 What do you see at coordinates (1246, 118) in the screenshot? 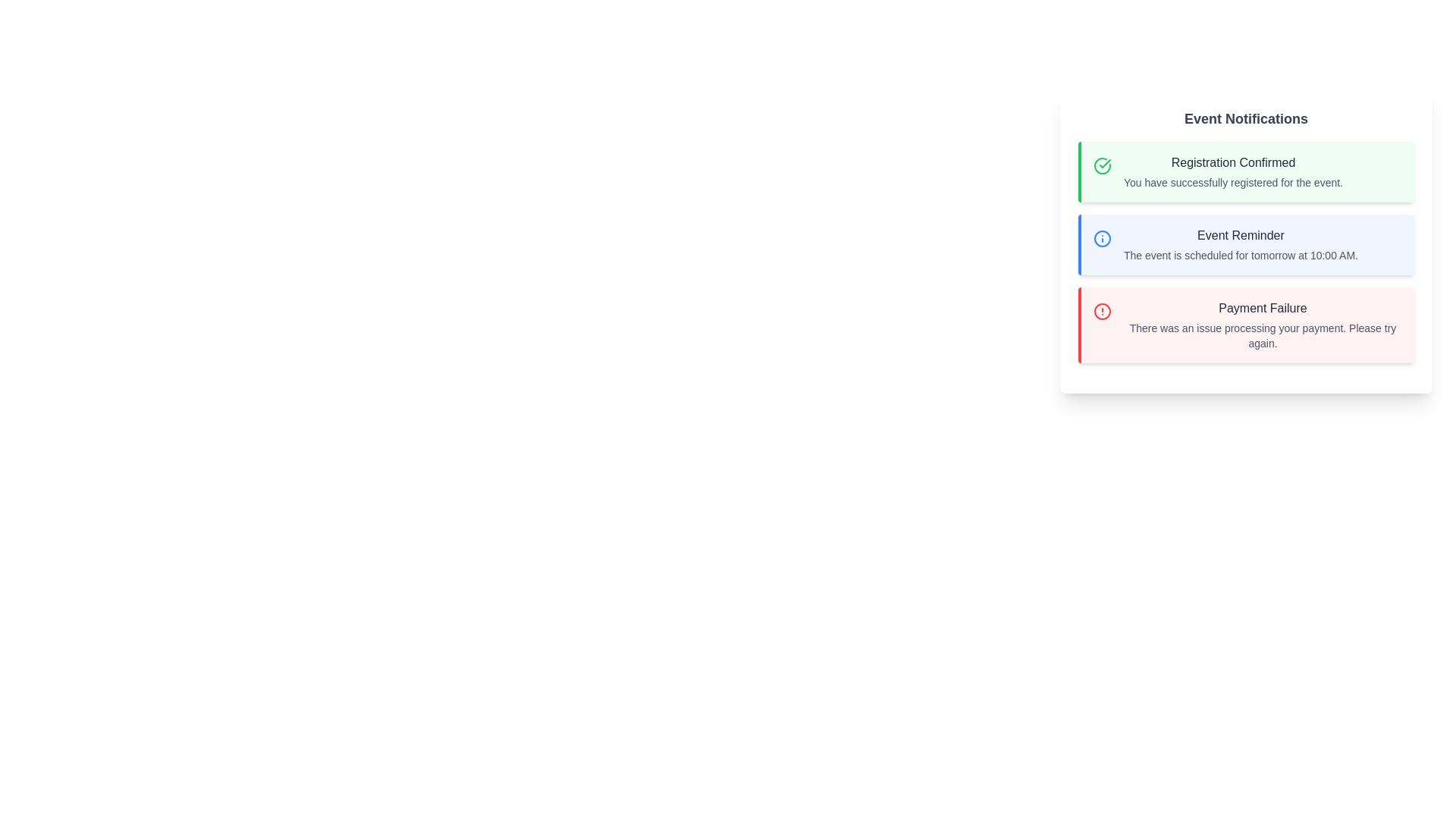
I see `the 'Event Notifications' text label, which is prominently styled and serves as the header for the notifications area` at bounding box center [1246, 118].